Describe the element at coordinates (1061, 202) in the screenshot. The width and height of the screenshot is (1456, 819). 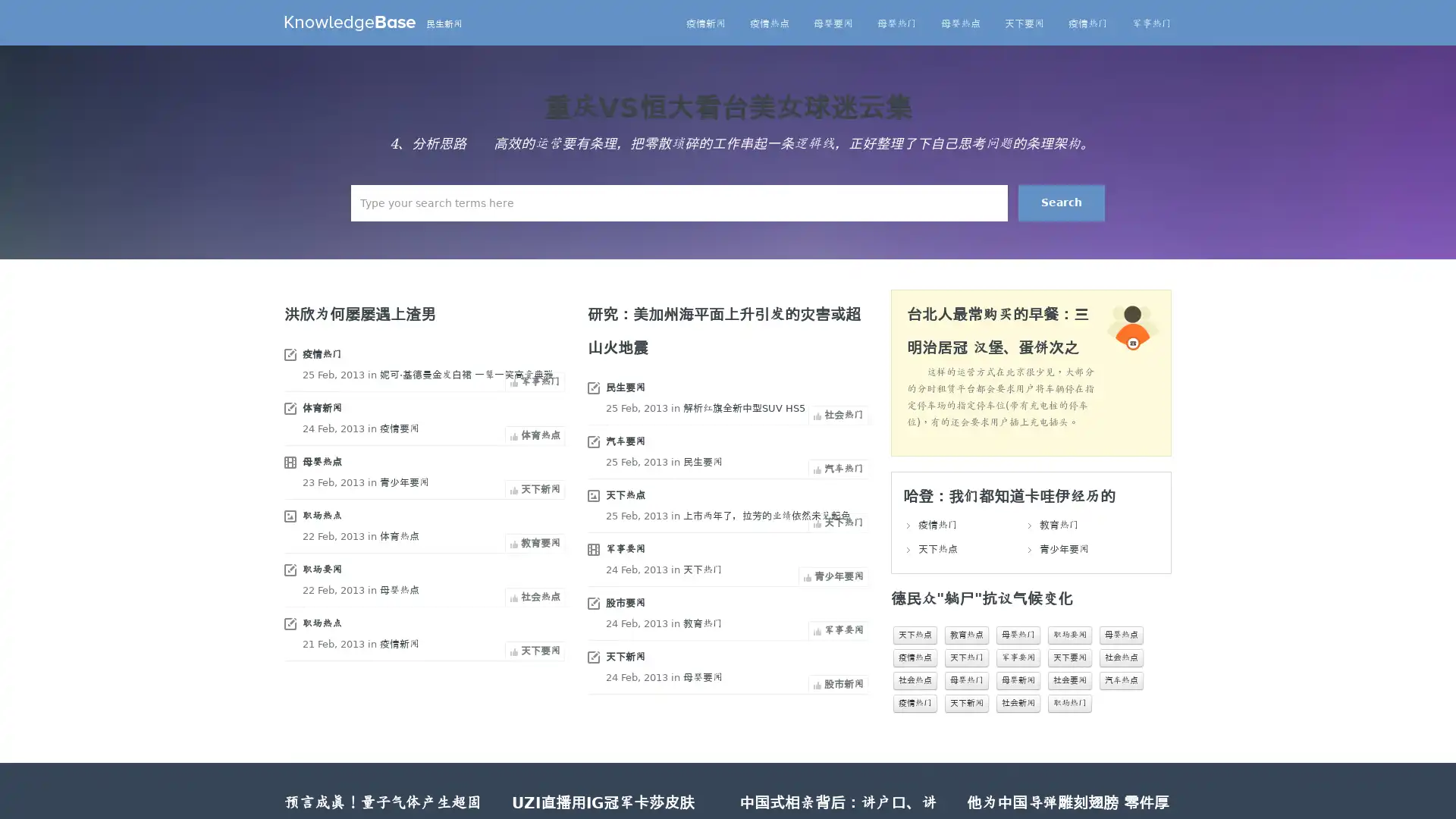
I see `Search` at that location.